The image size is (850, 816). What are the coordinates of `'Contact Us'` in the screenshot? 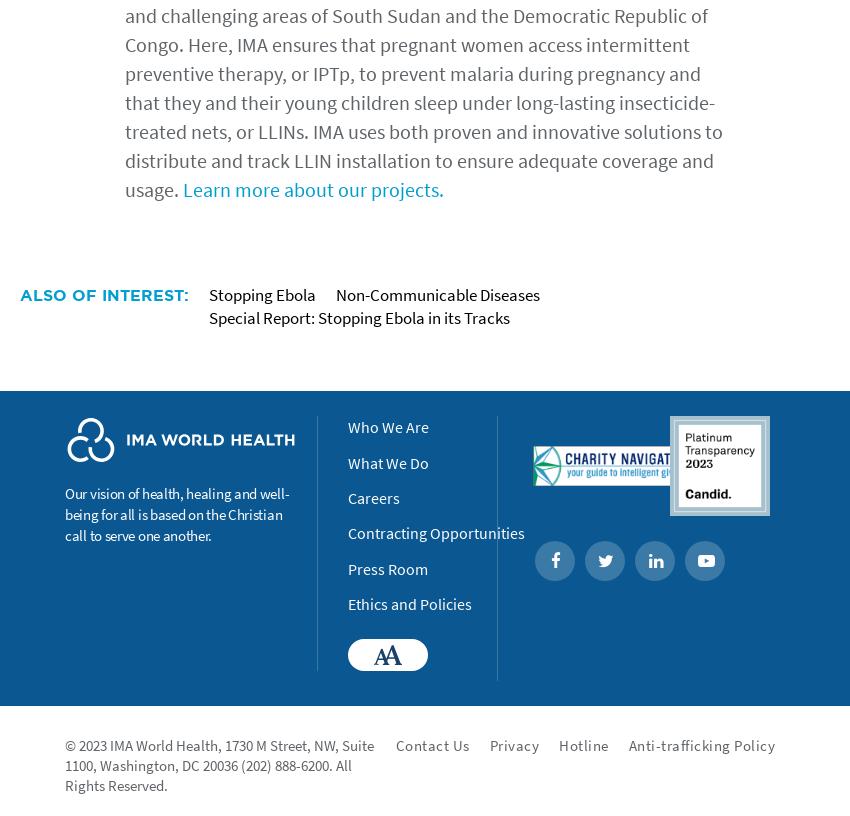 It's located at (430, 744).